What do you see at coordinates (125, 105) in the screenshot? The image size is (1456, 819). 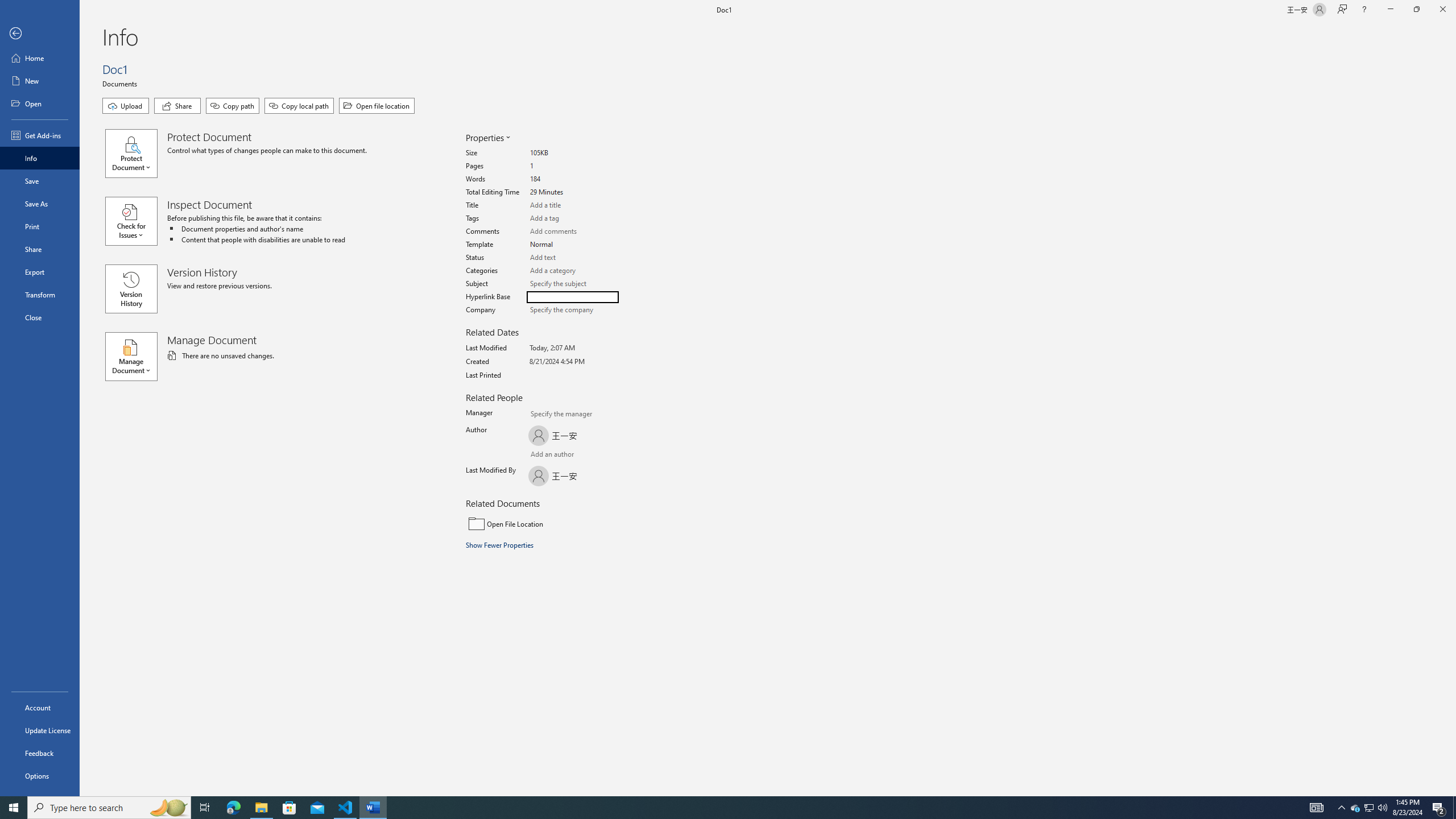 I see `'Upload'` at bounding box center [125, 105].